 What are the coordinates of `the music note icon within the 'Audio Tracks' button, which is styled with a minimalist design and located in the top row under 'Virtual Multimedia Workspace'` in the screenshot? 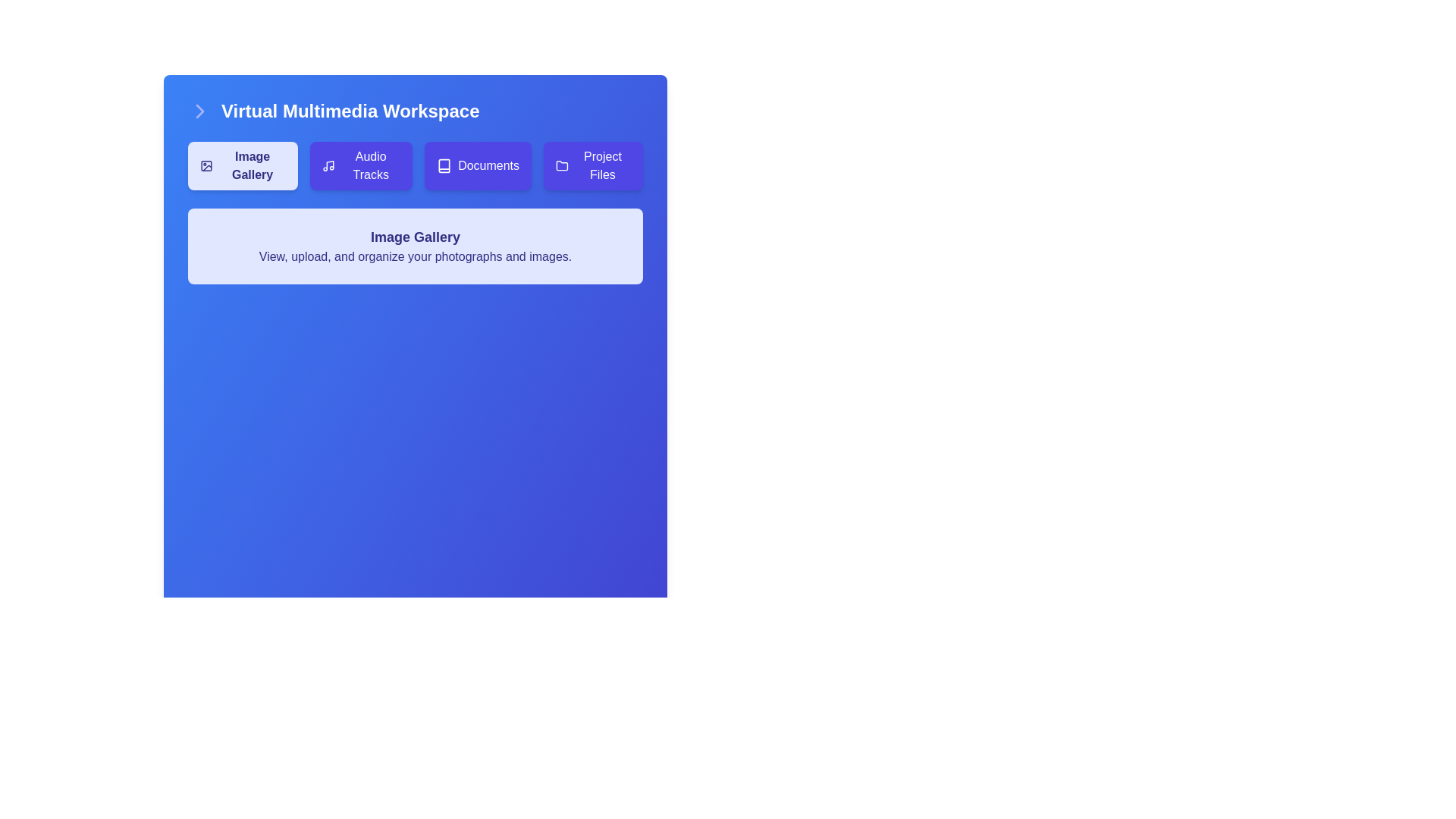 It's located at (328, 166).